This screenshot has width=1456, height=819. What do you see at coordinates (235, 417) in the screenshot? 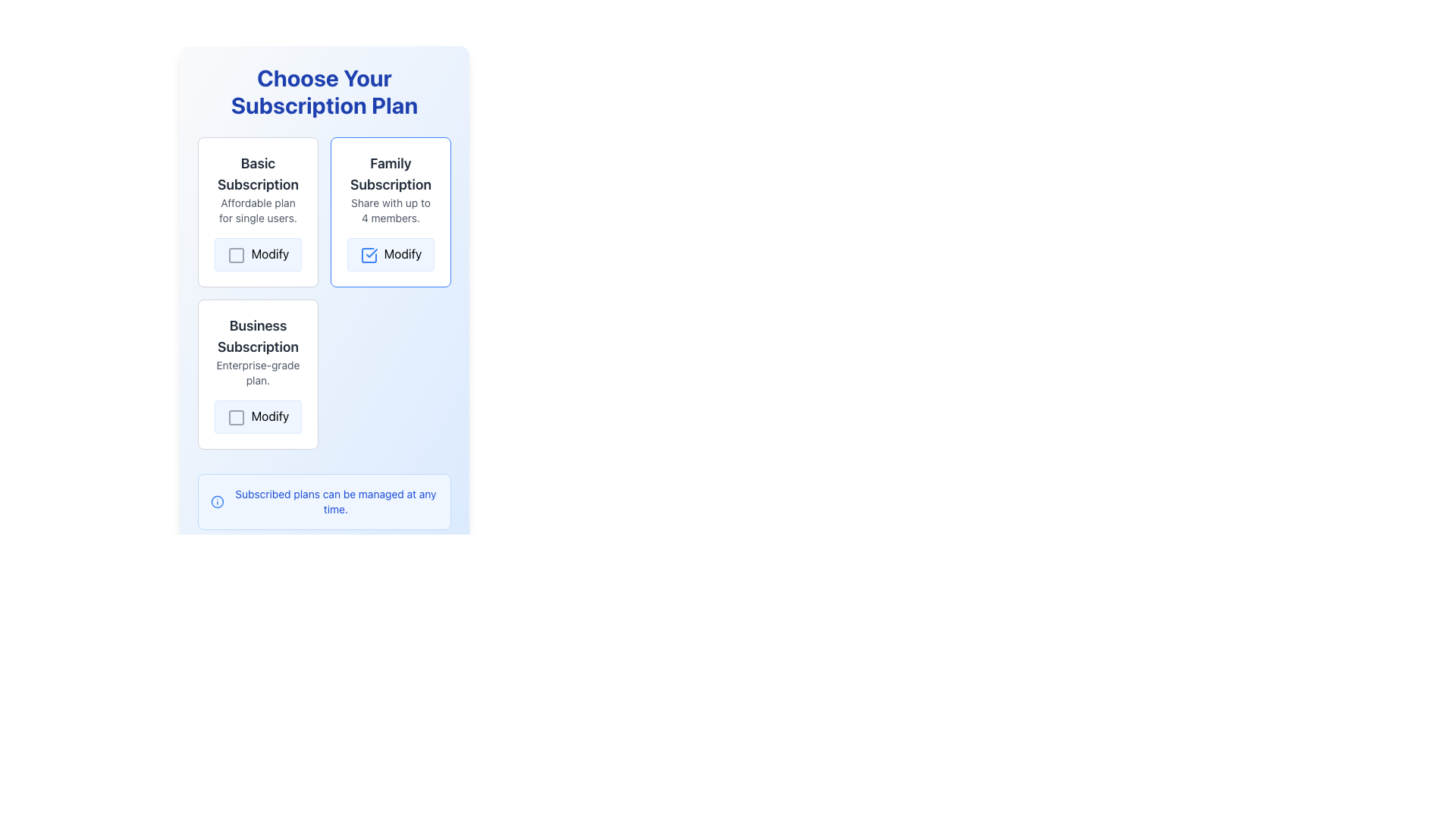
I see `the icon within the 'Modify' button for the 'Business Subscription' plan, located in the bottom-left area of the subscription plans list` at bounding box center [235, 417].